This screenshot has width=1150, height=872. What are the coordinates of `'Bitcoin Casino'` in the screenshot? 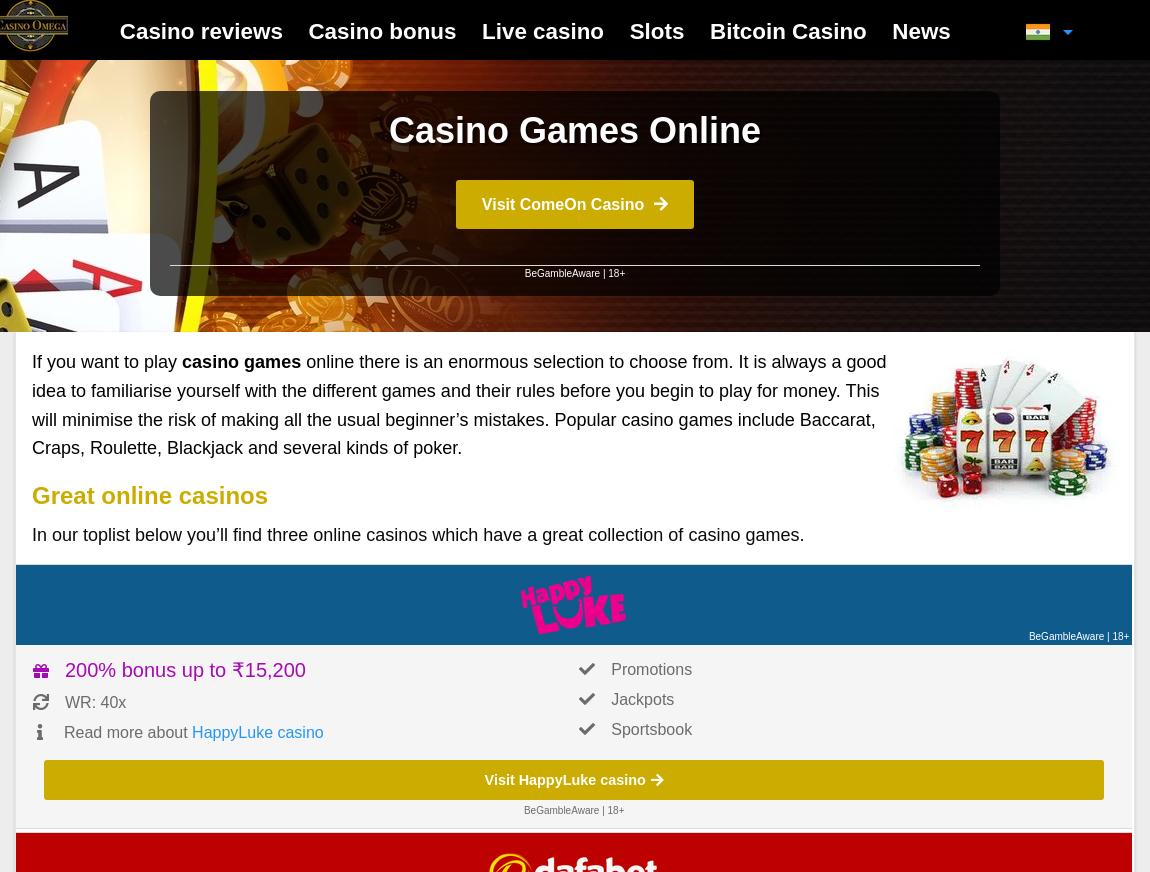 It's located at (786, 29).